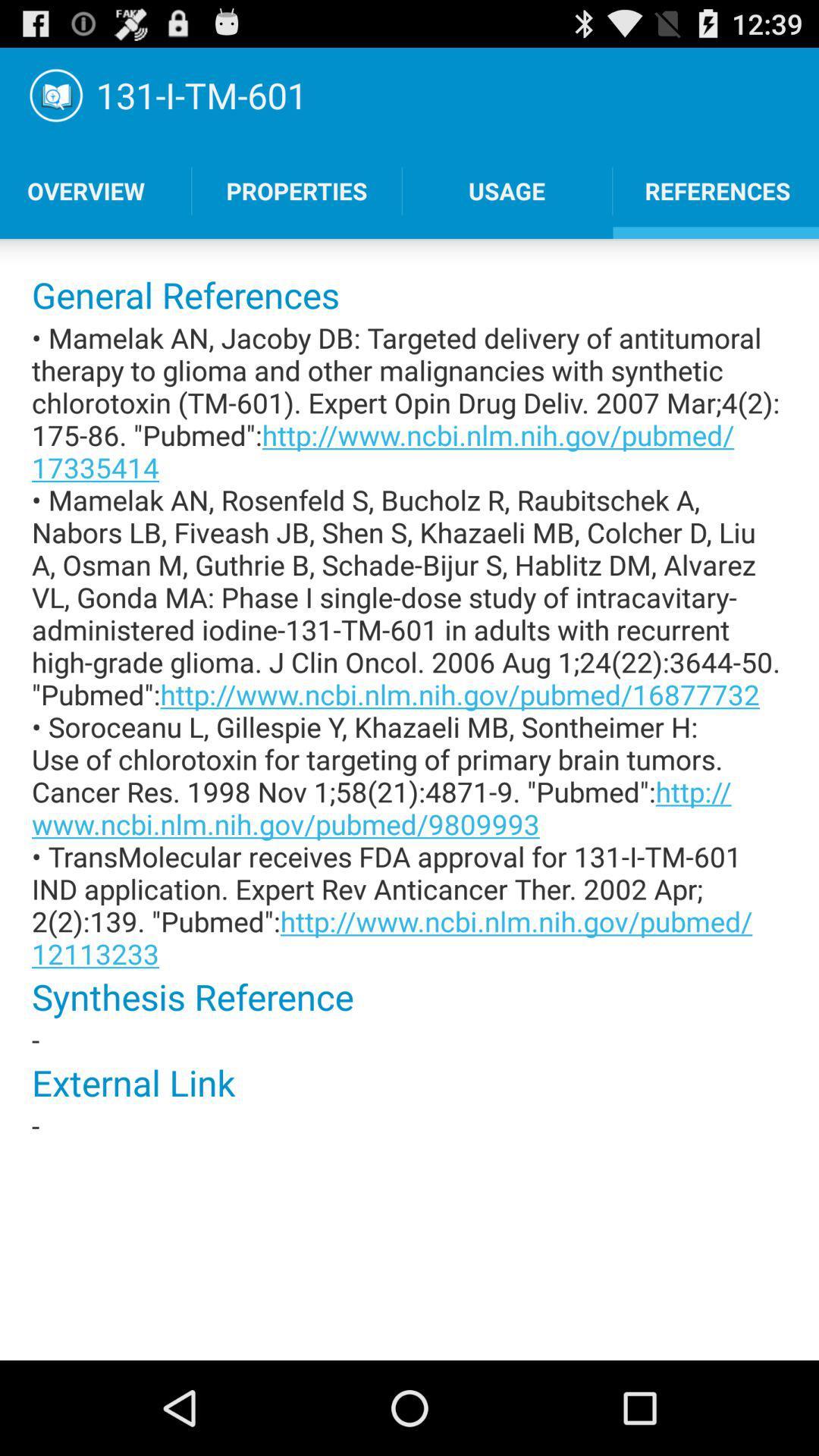 This screenshot has height=1456, width=819. What do you see at coordinates (409, 645) in the screenshot?
I see `mamelak an jacoby at the center` at bounding box center [409, 645].